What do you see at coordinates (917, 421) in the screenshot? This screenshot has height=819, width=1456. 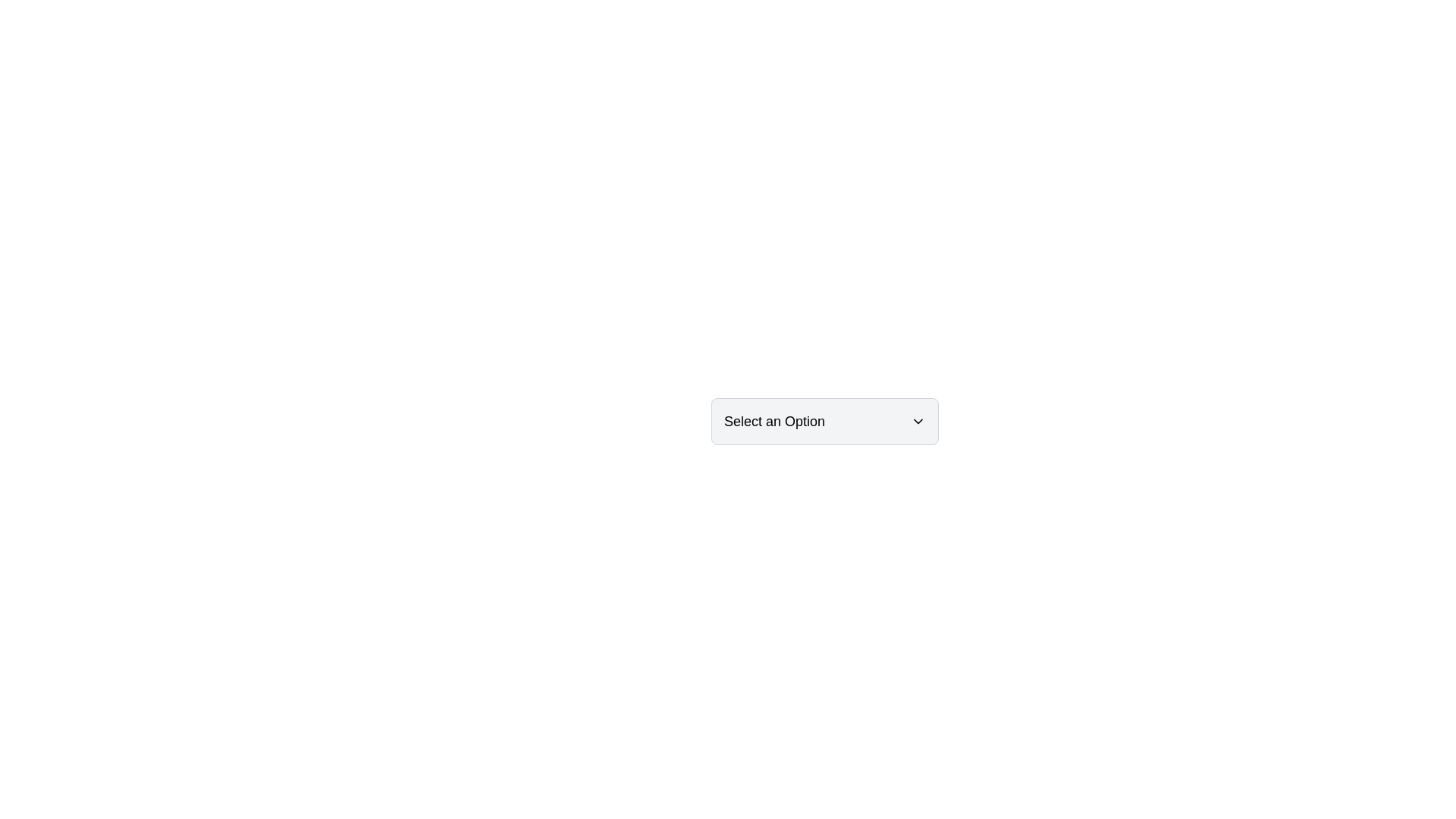 I see `the Dropdown indicator (SVG icon) located to the right of the 'Select an Option' text label` at bounding box center [917, 421].